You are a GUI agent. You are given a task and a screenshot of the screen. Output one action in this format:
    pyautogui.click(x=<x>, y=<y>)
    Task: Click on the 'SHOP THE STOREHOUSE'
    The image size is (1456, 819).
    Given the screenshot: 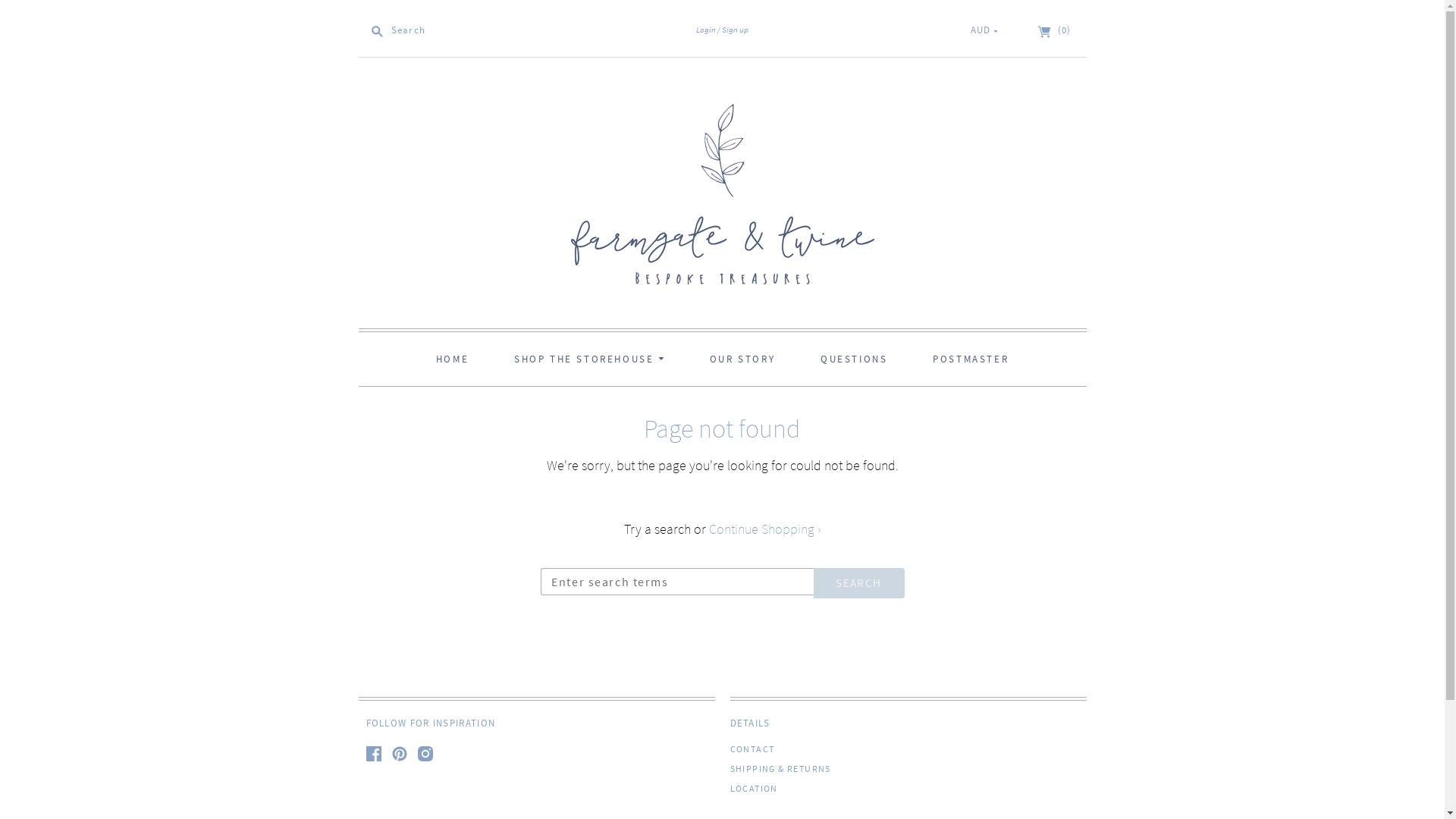 What is the action you would take?
    pyautogui.click(x=494, y=359)
    